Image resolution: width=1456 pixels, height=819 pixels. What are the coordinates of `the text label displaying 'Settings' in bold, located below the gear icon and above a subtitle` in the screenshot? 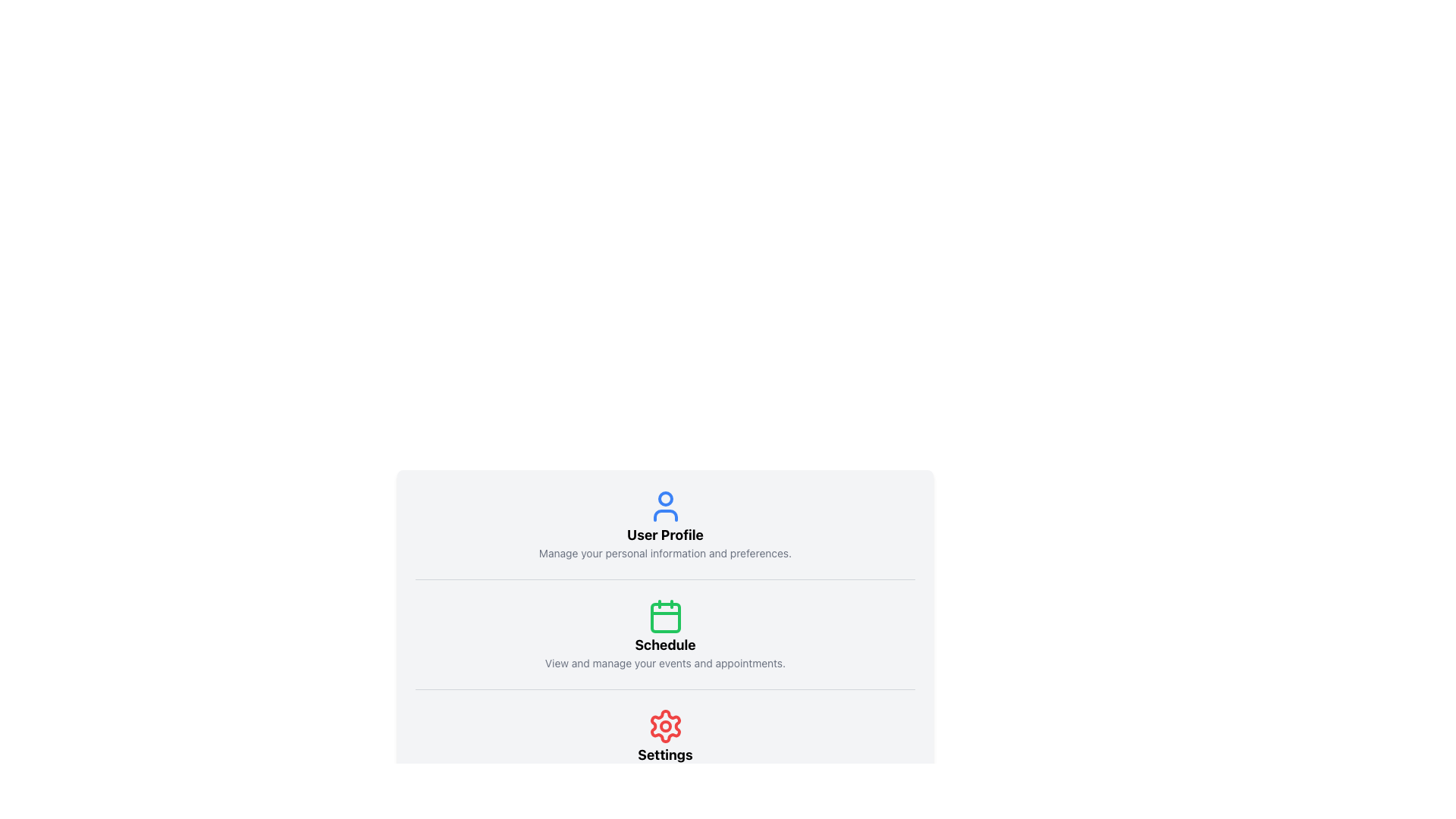 It's located at (665, 755).